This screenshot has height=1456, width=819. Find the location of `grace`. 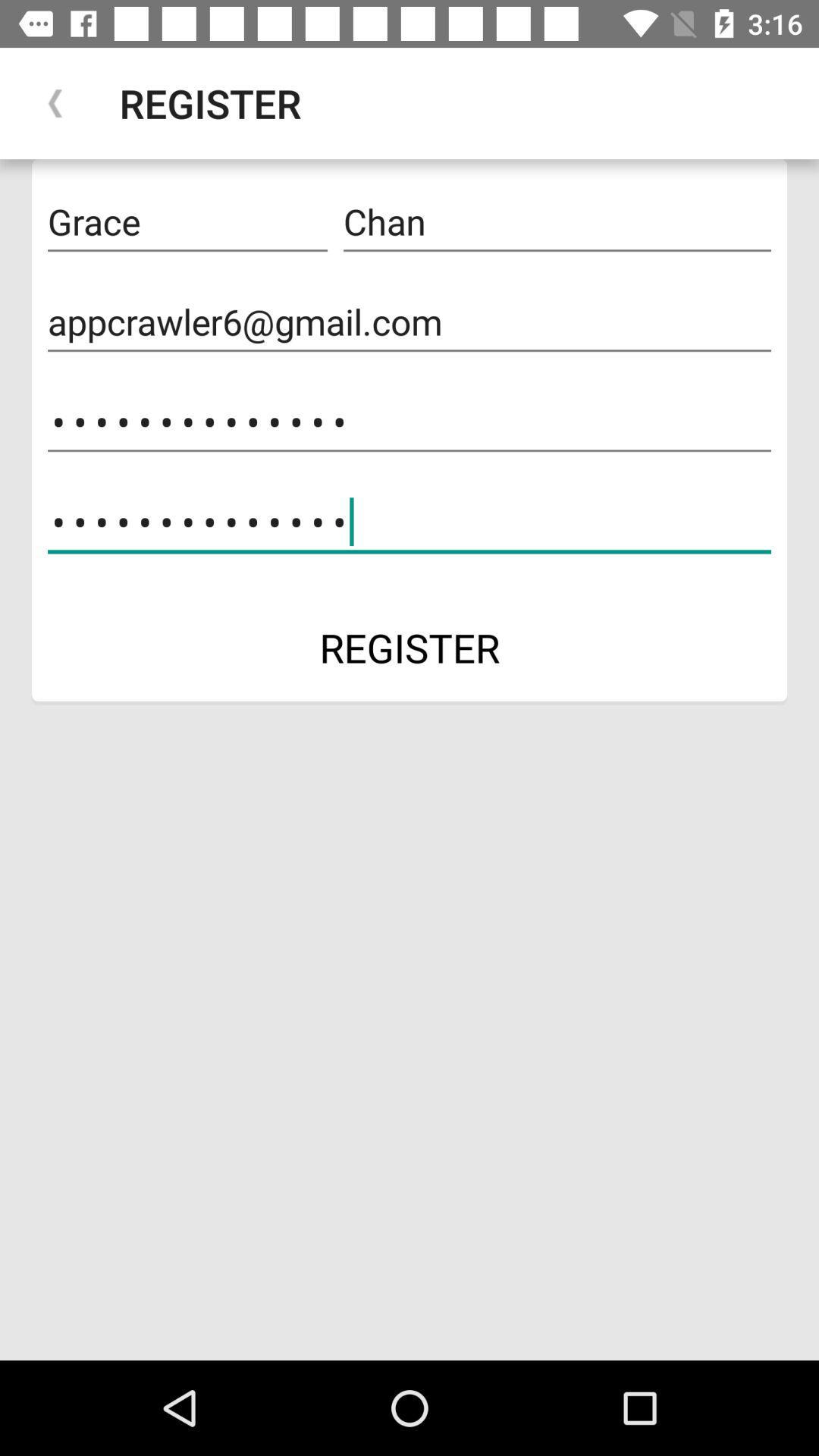

grace is located at coordinates (187, 221).